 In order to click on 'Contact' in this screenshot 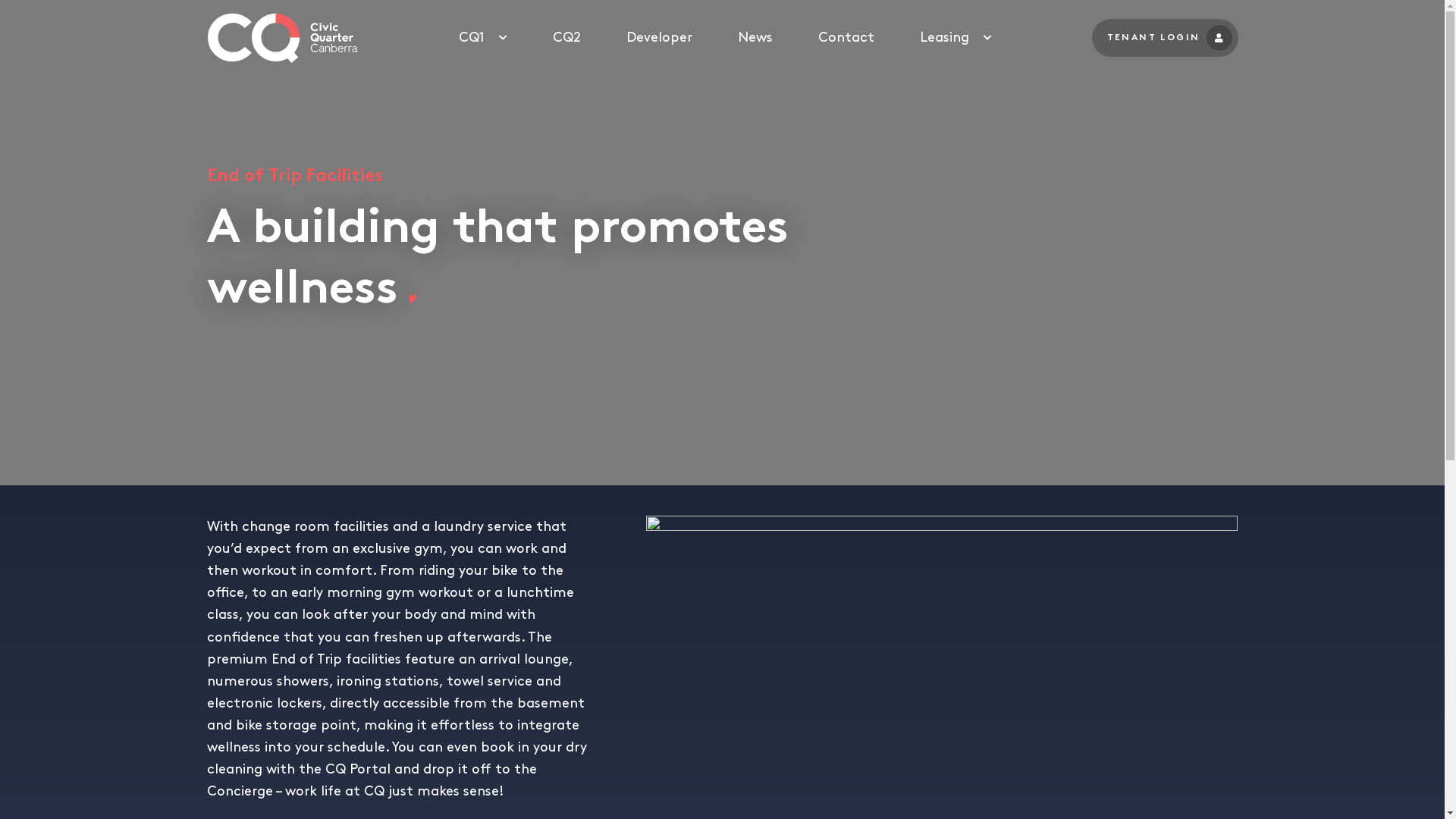, I will do `click(846, 37)`.